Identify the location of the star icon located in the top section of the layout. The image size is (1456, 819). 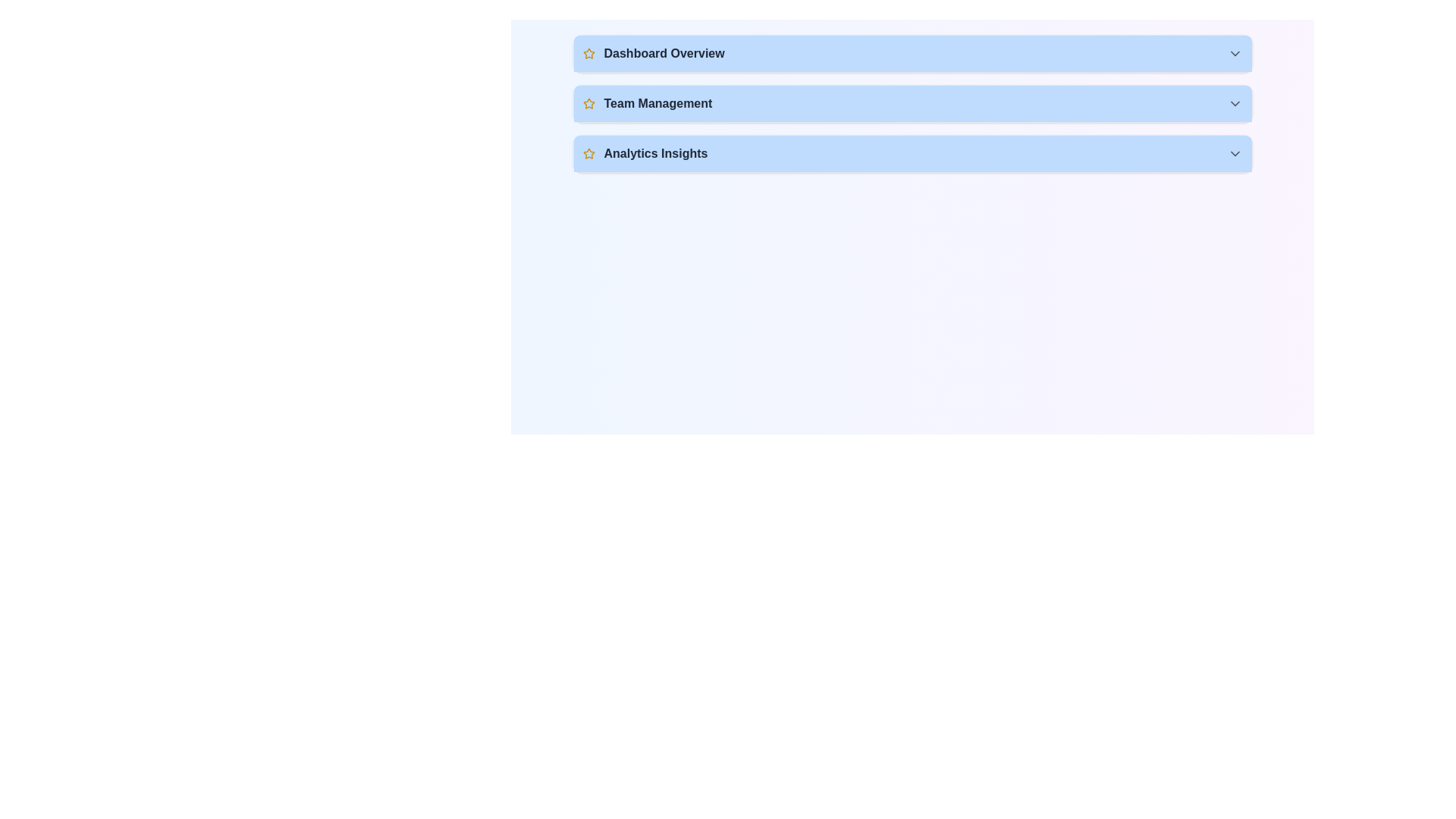
(588, 102).